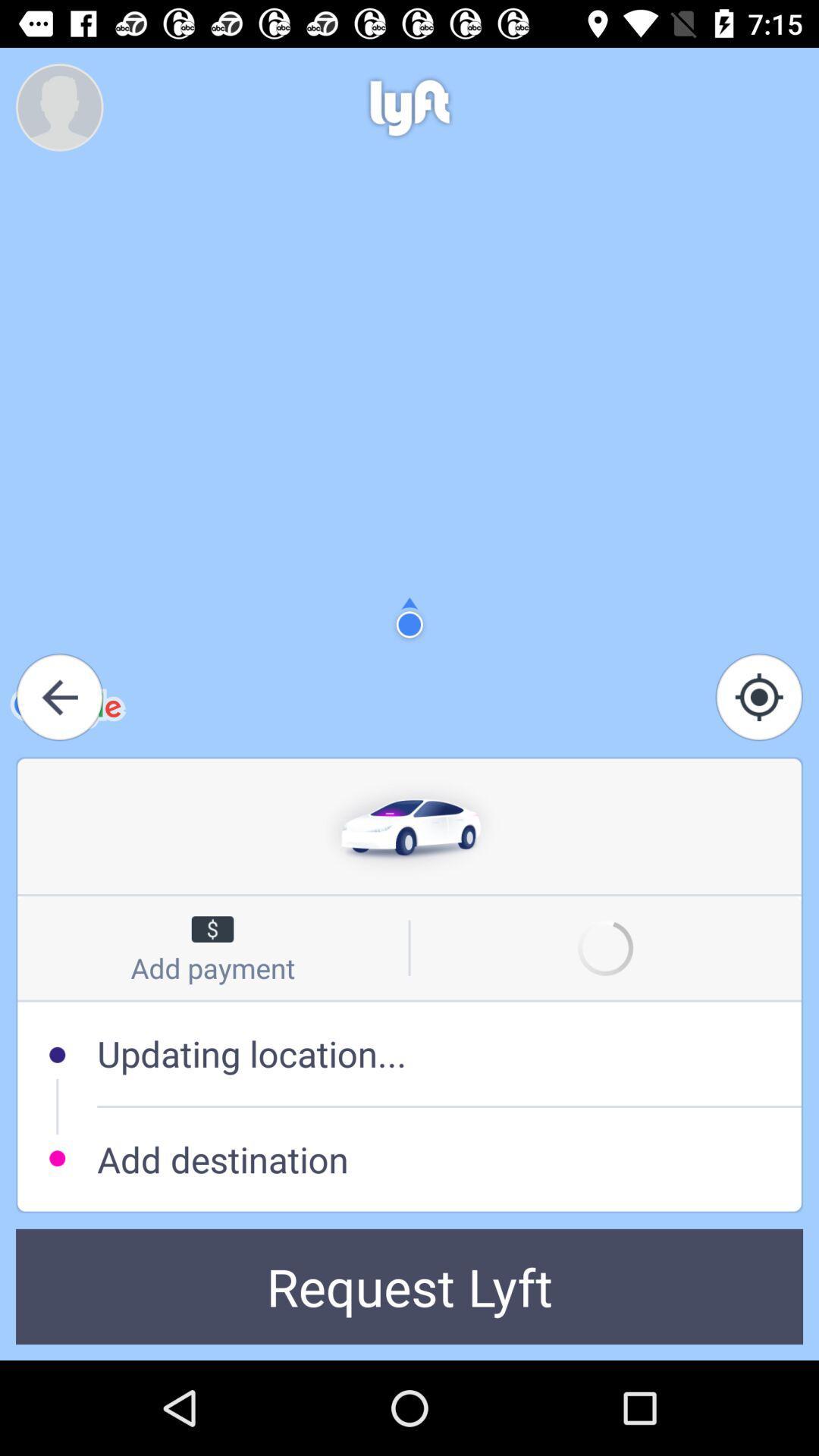 The width and height of the screenshot is (819, 1456). Describe the element at coordinates (58, 696) in the screenshot. I see `the arrow_backward icon` at that location.